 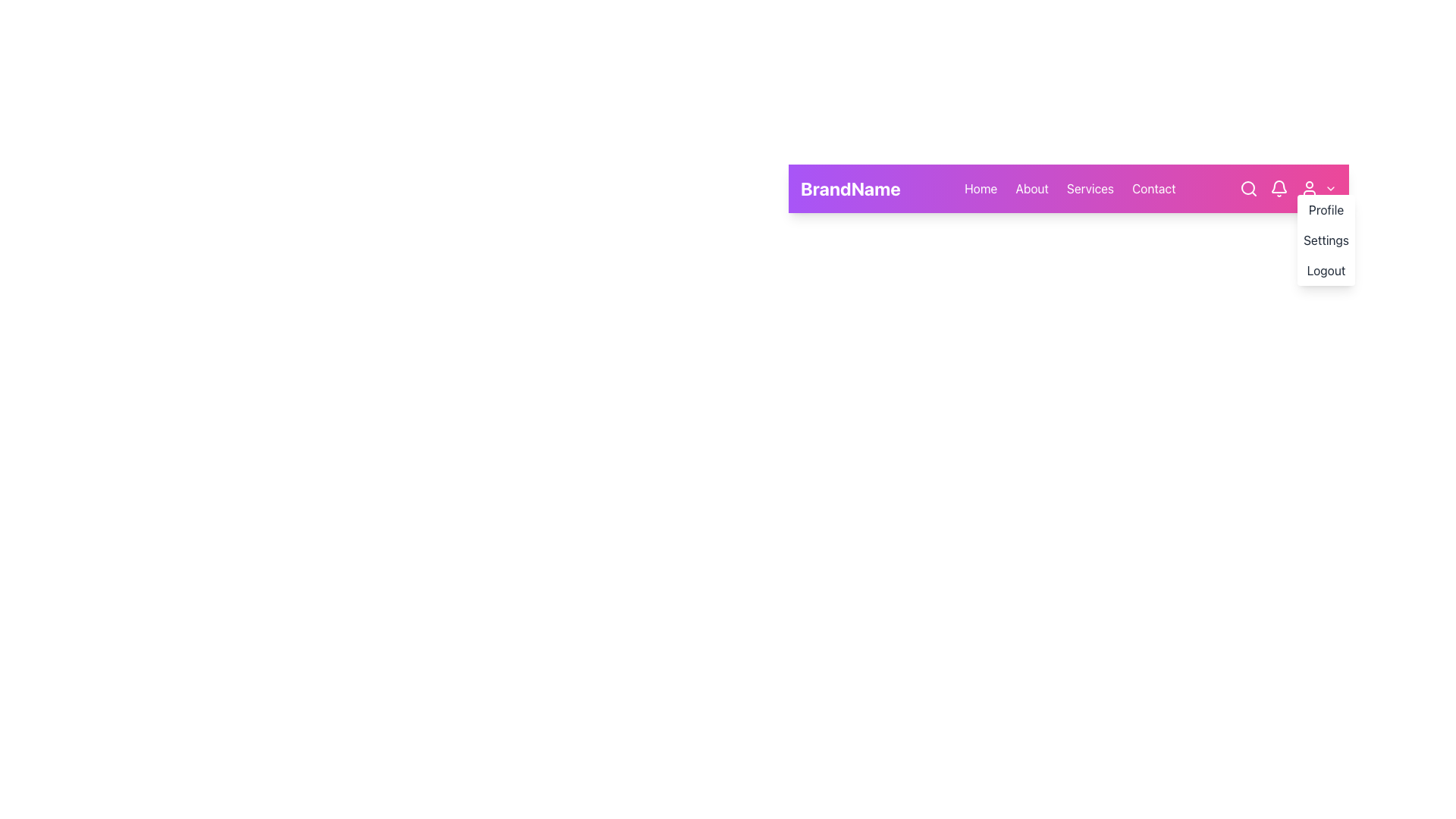 I want to click on the search icon represented by a magnifying glass, styled in white against a pink background, located in the upper right corner of the interface, so click(x=1248, y=188).